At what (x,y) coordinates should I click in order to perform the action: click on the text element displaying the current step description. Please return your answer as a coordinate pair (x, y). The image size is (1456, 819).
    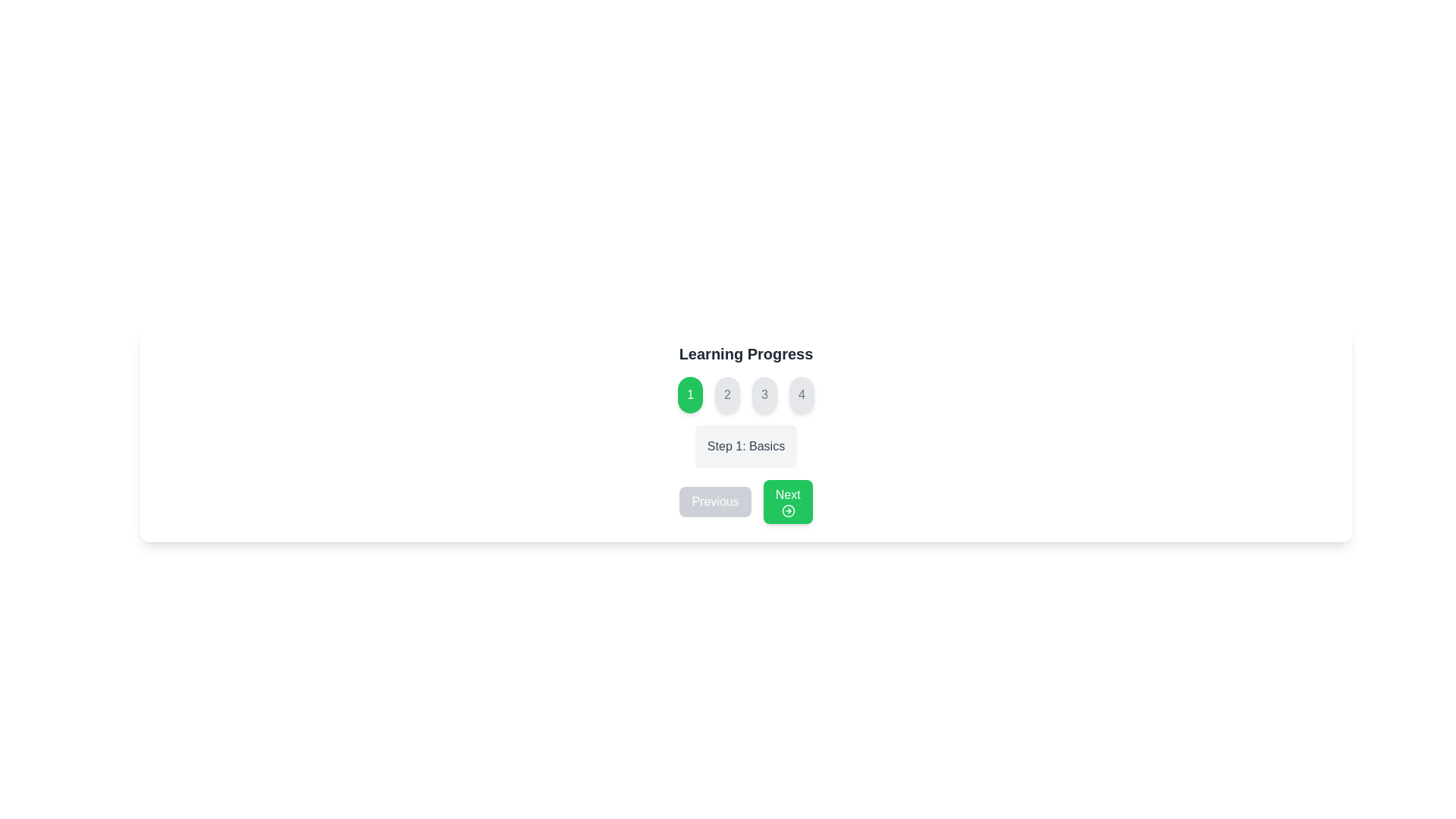
    Looking at the image, I should click on (745, 446).